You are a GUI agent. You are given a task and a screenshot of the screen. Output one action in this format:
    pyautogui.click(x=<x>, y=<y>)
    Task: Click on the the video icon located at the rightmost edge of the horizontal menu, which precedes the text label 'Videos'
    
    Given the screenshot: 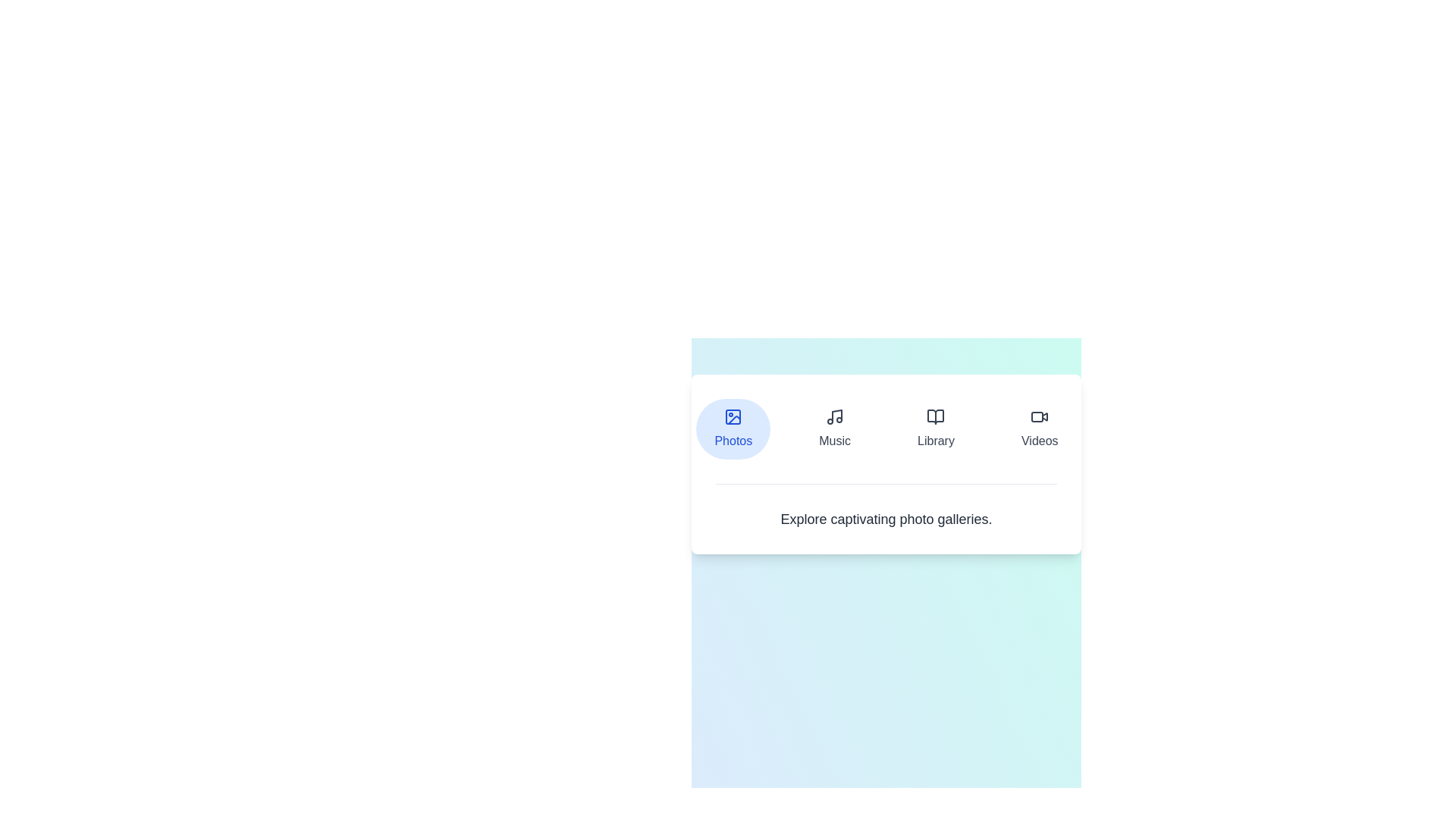 What is the action you would take?
    pyautogui.click(x=1039, y=417)
    